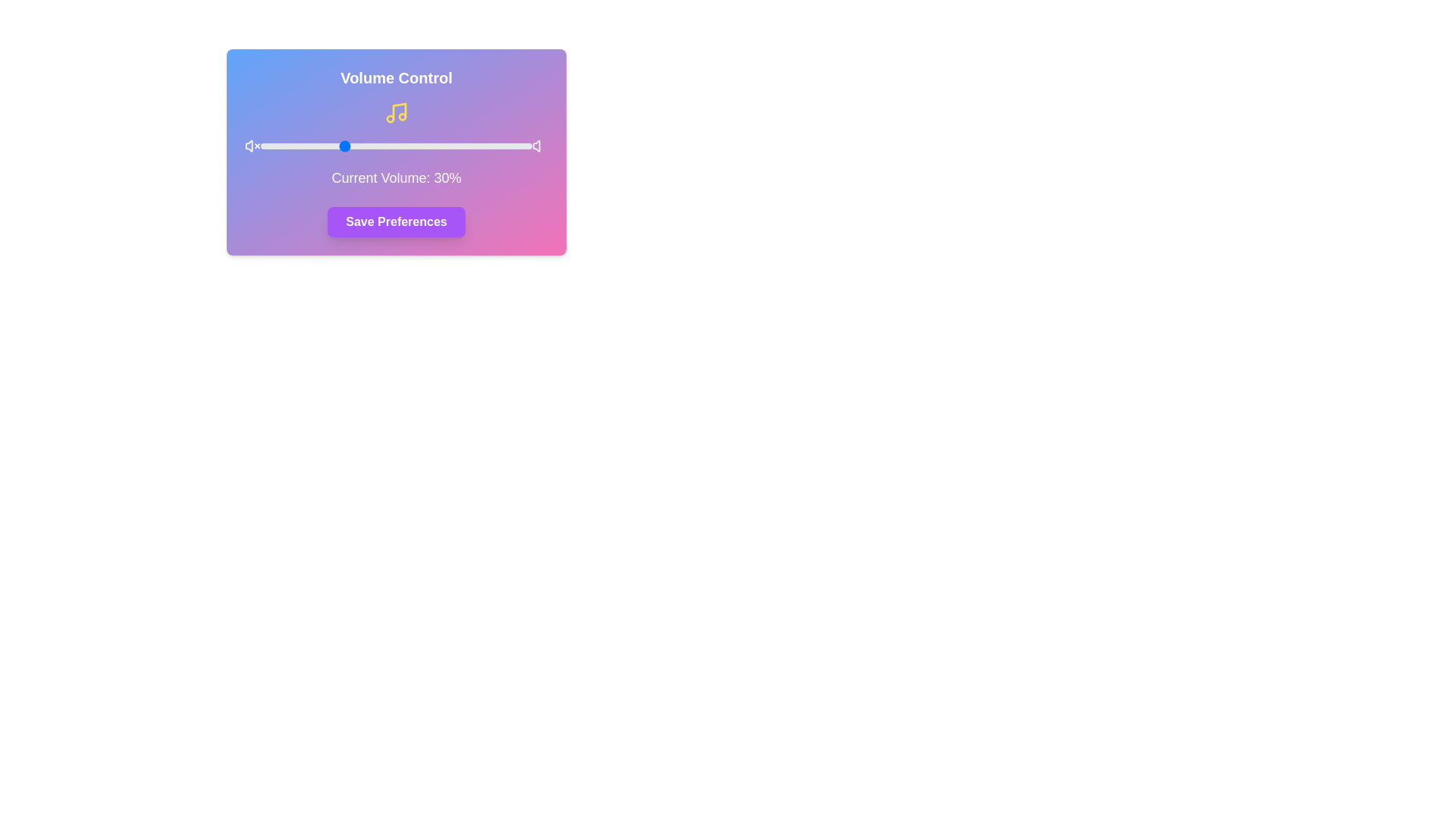 This screenshot has height=819, width=1456. Describe the element at coordinates (397, 222) in the screenshot. I see `the 'Save Preferences' button to save the current volume setting` at that location.